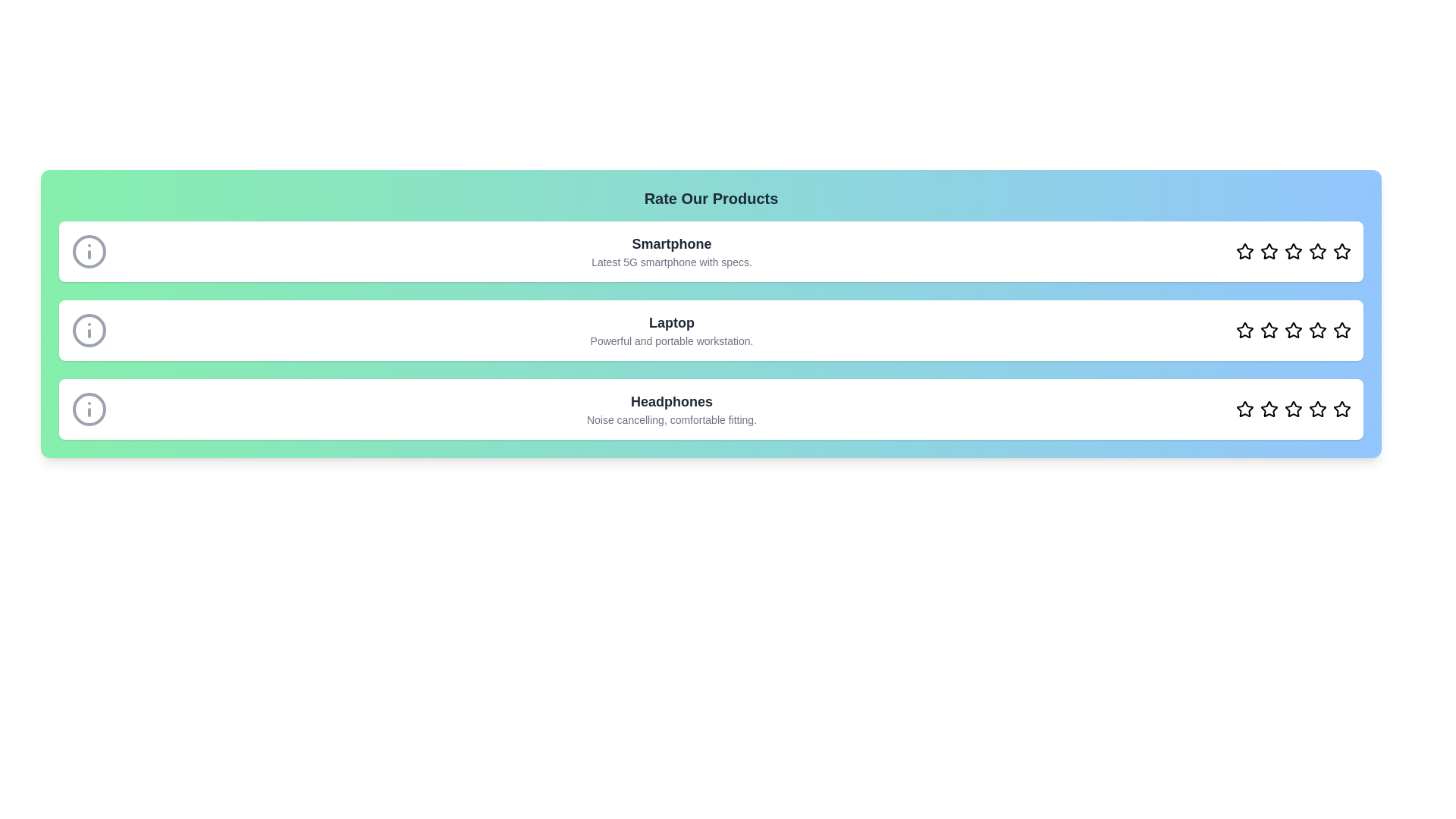  Describe the element at coordinates (1244, 408) in the screenshot. I see `the first star in the rating system for 'Headphones'` at that location.